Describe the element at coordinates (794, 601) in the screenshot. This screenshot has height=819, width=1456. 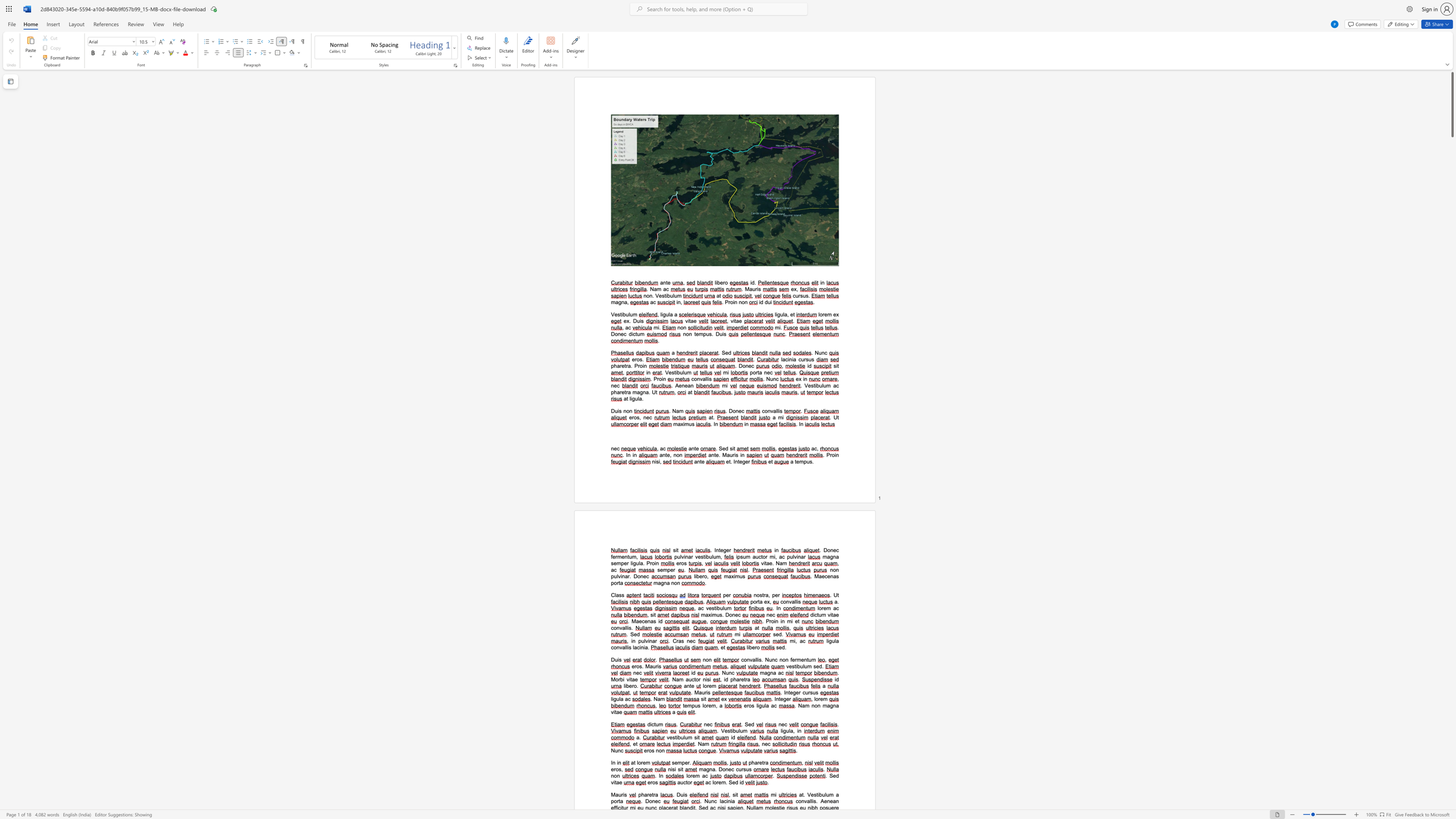
I see `the space between the continuous character "a" and "l" in the text` at that location.